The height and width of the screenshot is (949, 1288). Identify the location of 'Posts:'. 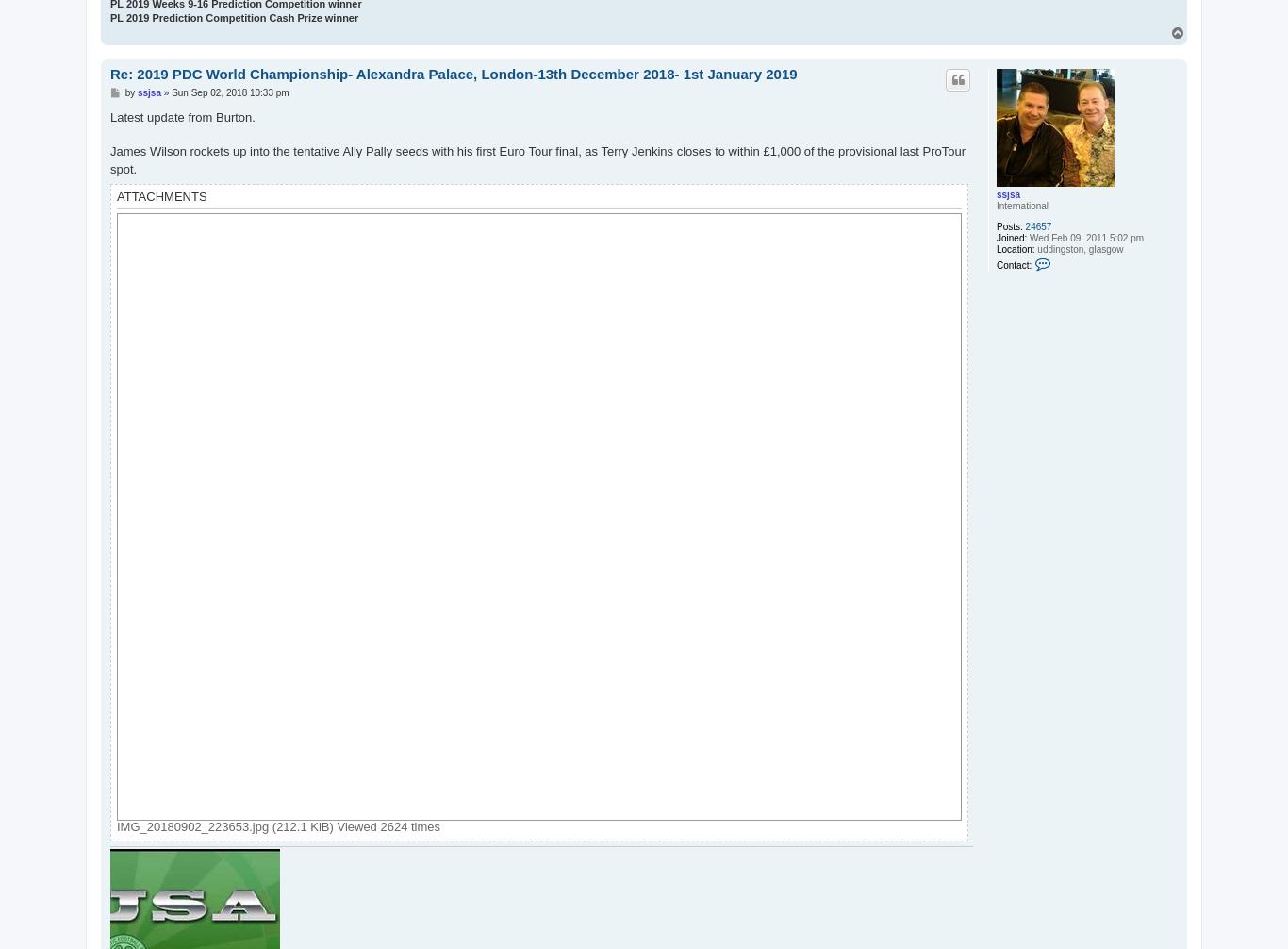
(1008, 225).